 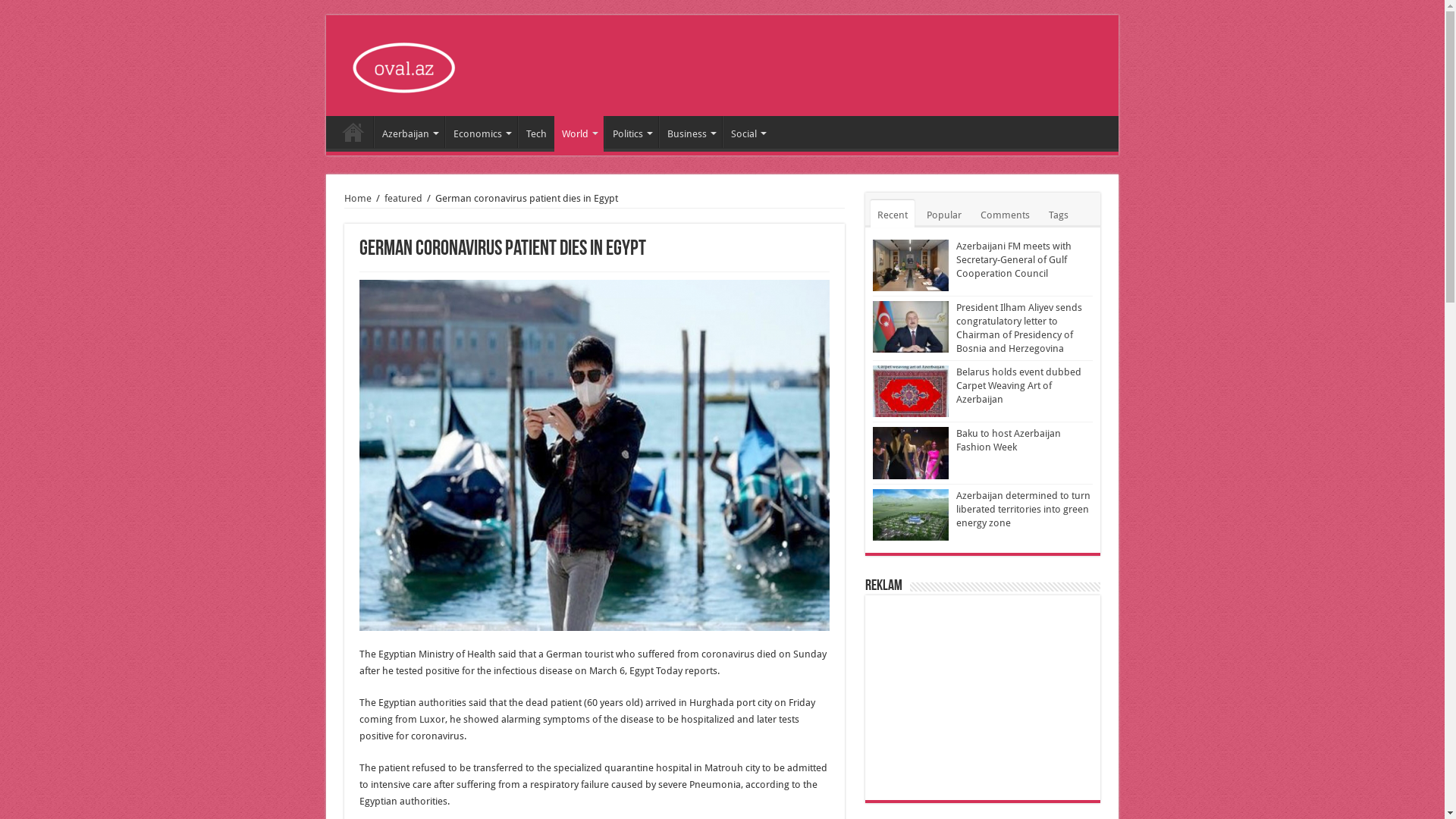 What do you see at coordinates (535, 130) in the screenshot?
I see `'Tech'` at bounding box center [535, 130].